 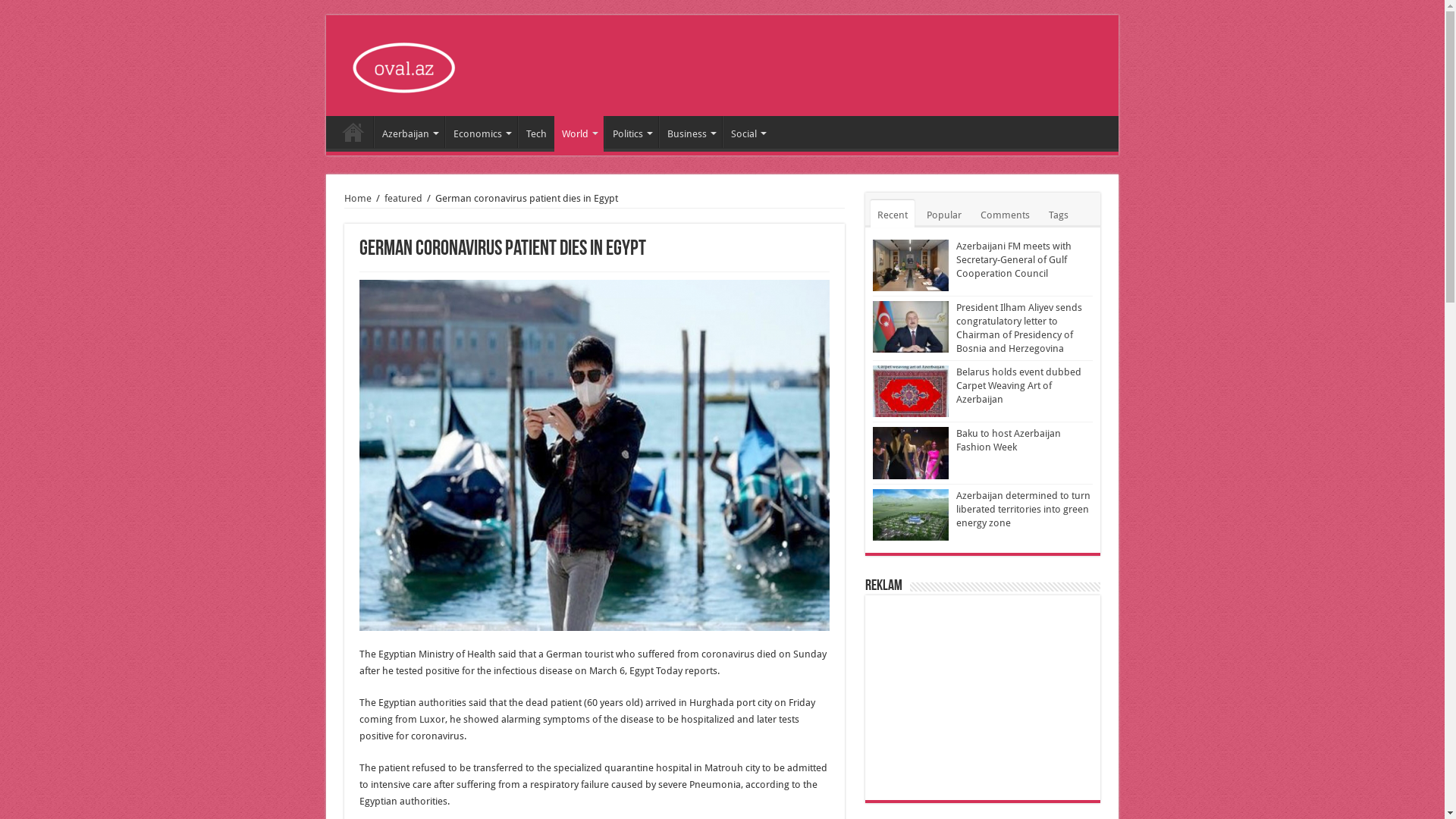 What do you see at coordinates (535, 130) in the screenshot?
I see `'Tech'` at bounding box center [535, 130].